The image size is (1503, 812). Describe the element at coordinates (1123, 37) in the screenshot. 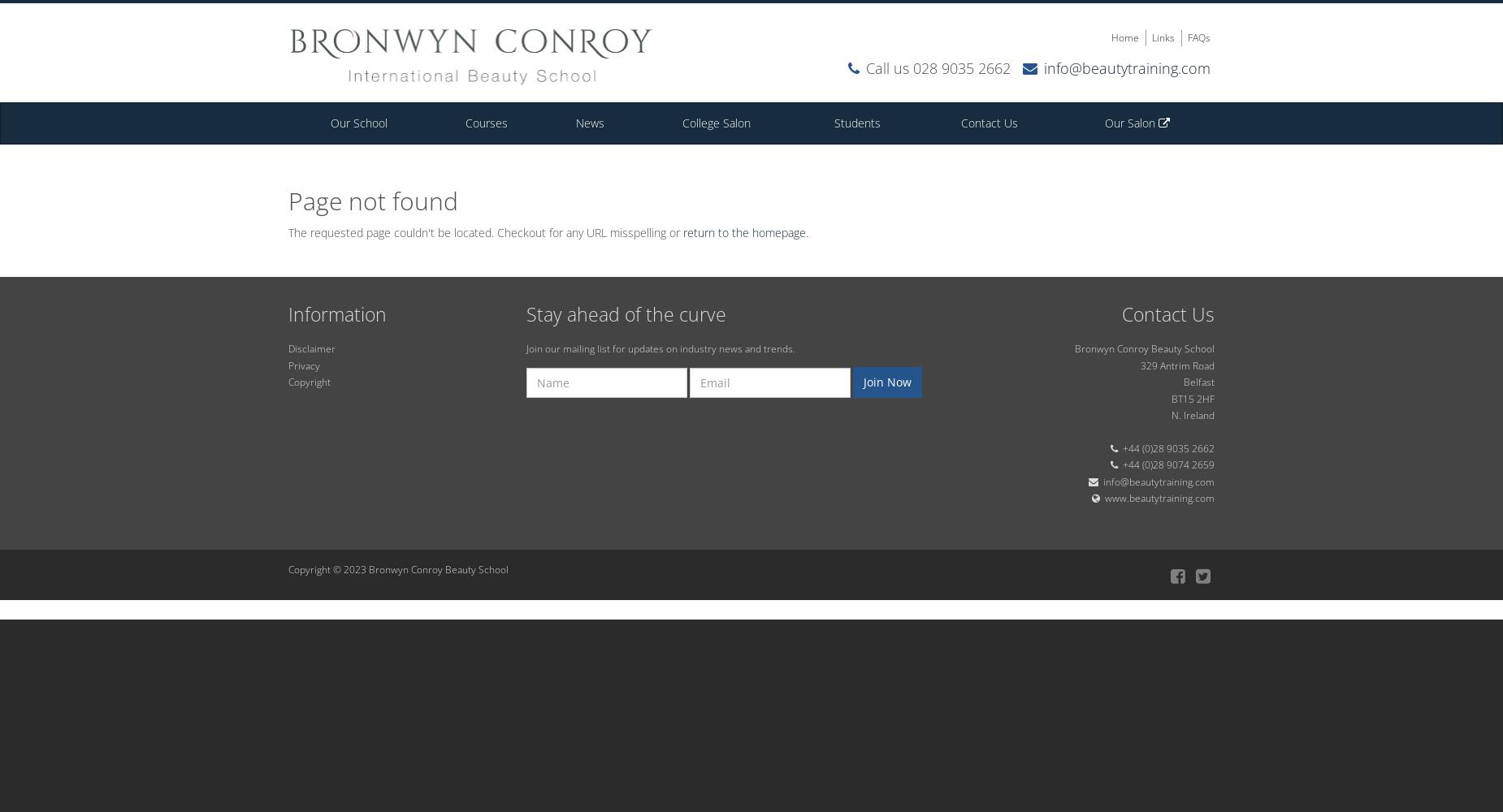

I see `'Home'` at that location.